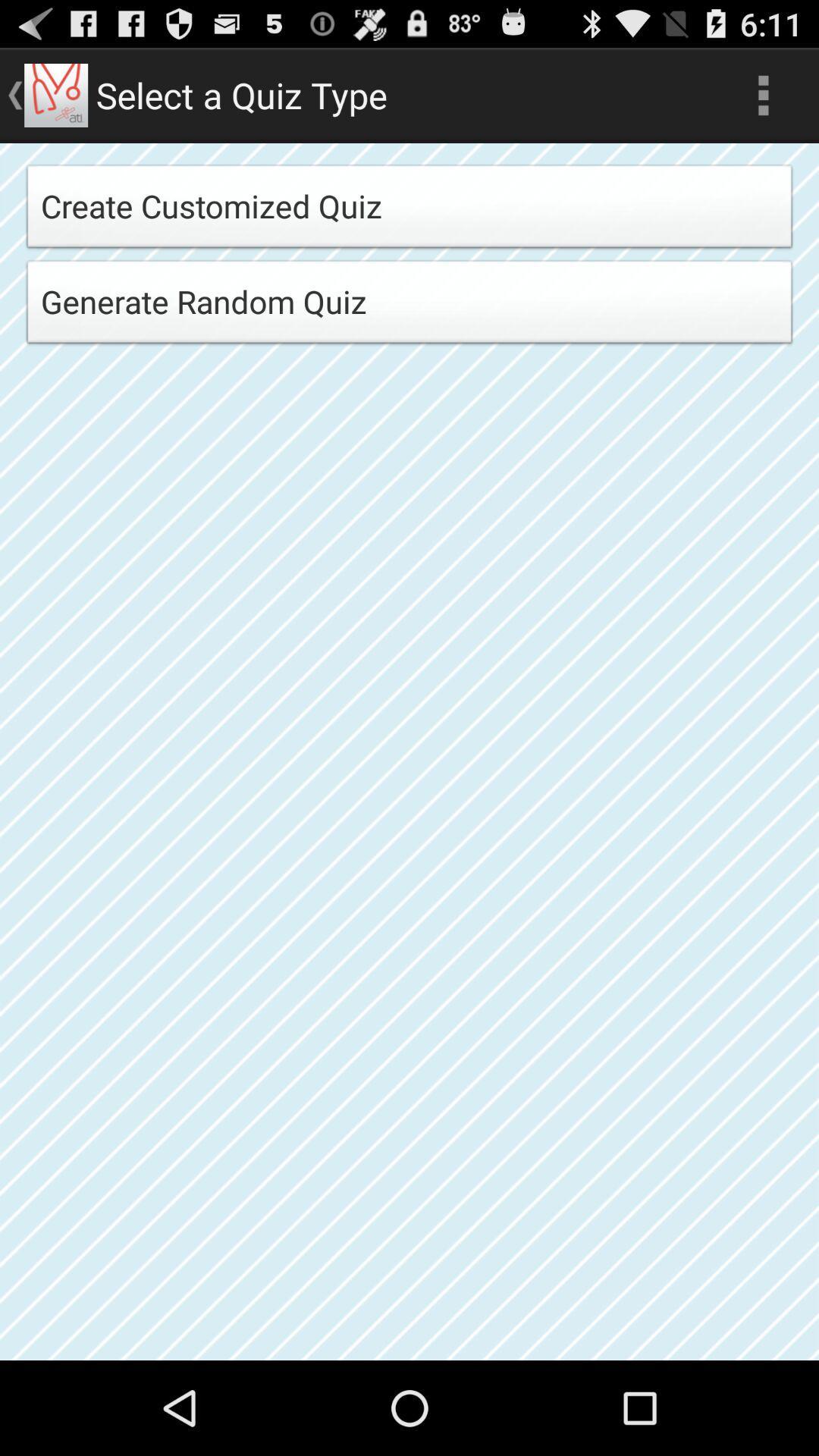 The height and width of the screenshot is (1456, 819). What do you see at coordinates (763, 94) in the screenshot?
I see `the icon at the top right corner` at bounding box center [763, 94].